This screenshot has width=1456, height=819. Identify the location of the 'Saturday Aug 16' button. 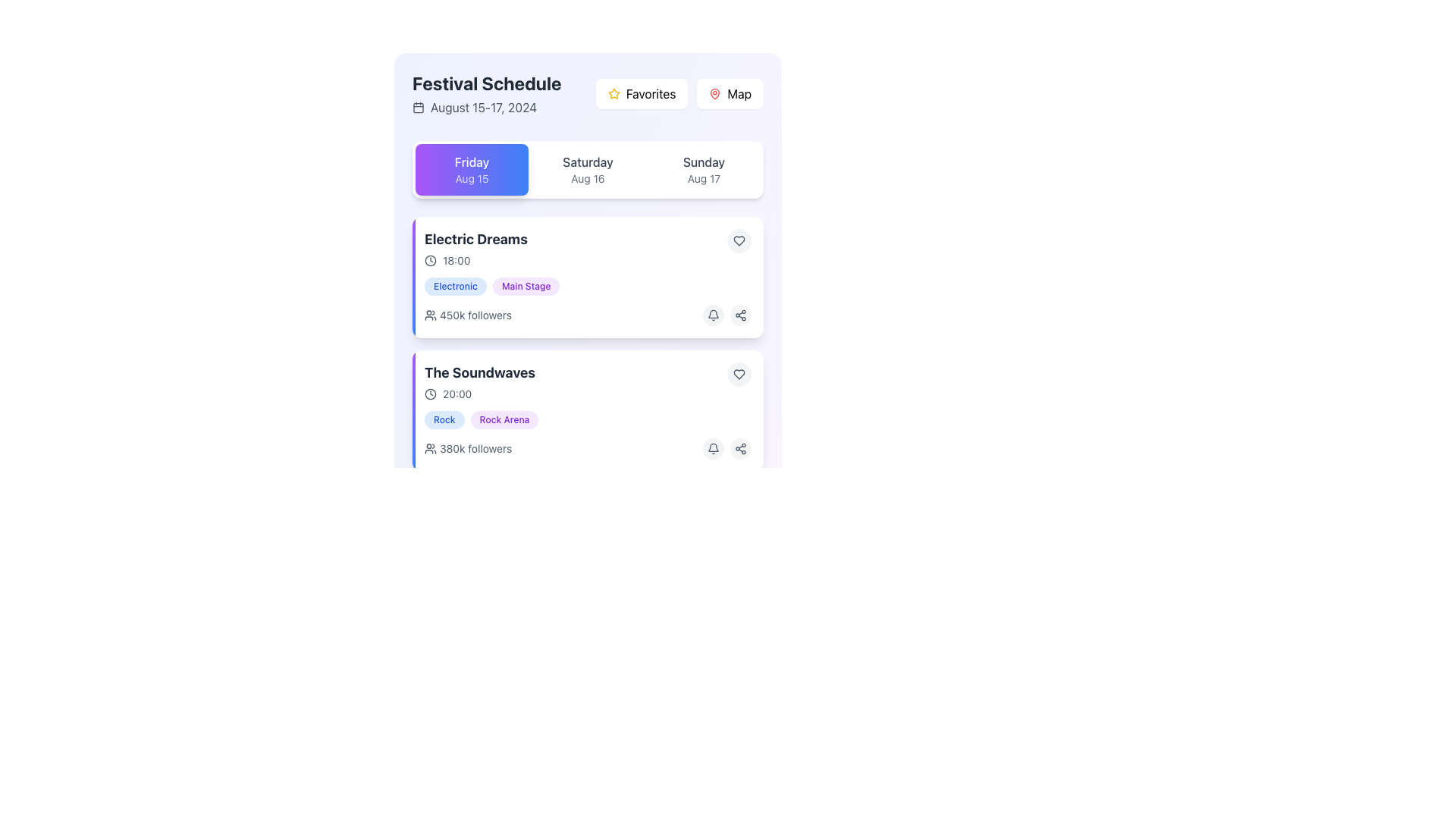
(587, 169).